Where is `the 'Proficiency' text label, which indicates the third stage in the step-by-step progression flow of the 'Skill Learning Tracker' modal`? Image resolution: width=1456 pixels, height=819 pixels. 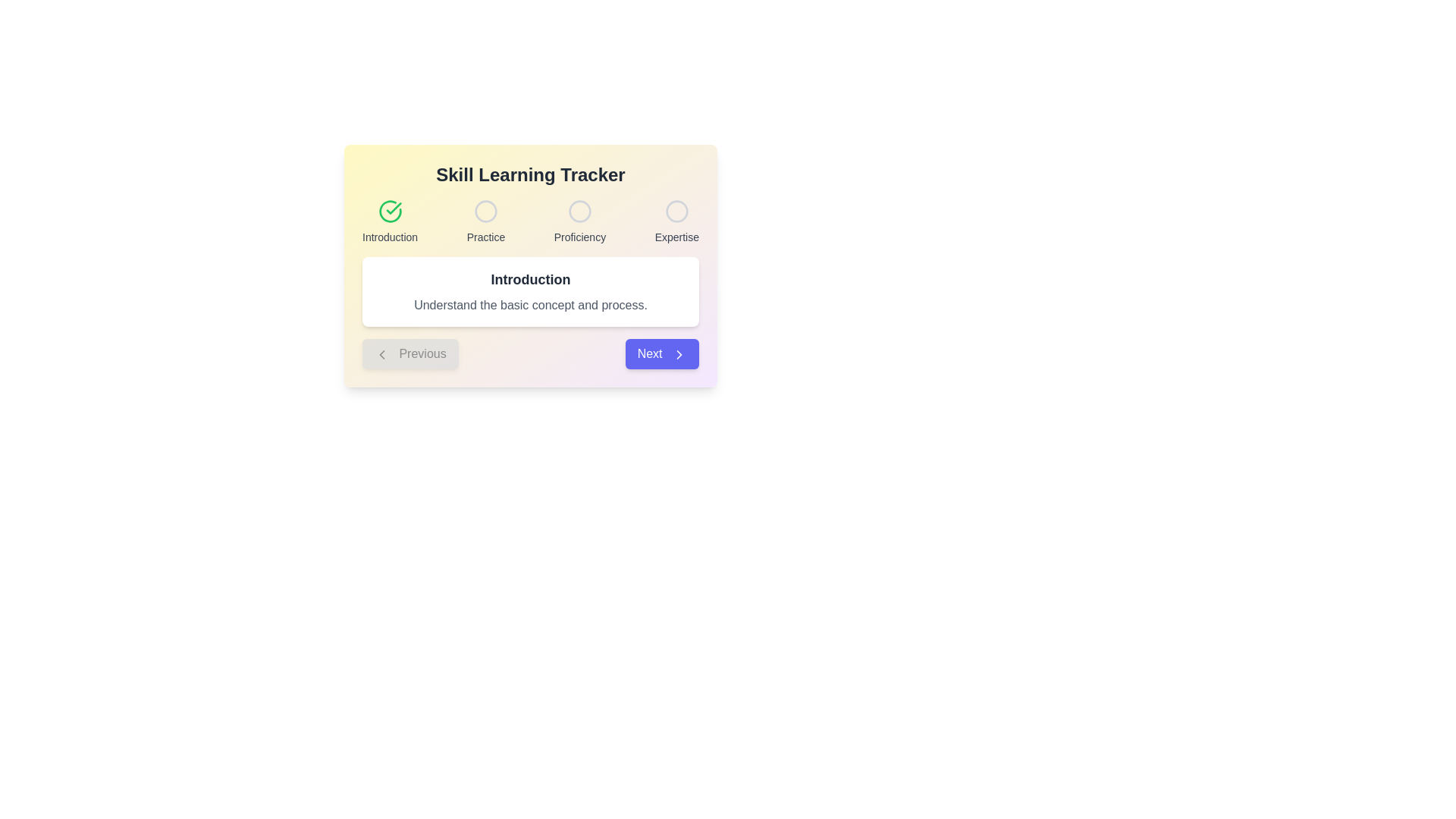 the 'Proficiency' text label, which indicates the third stage in the step-by-step progression flow of the 'Skill Learning Tracker' modal is located at coordinates (579, 237).